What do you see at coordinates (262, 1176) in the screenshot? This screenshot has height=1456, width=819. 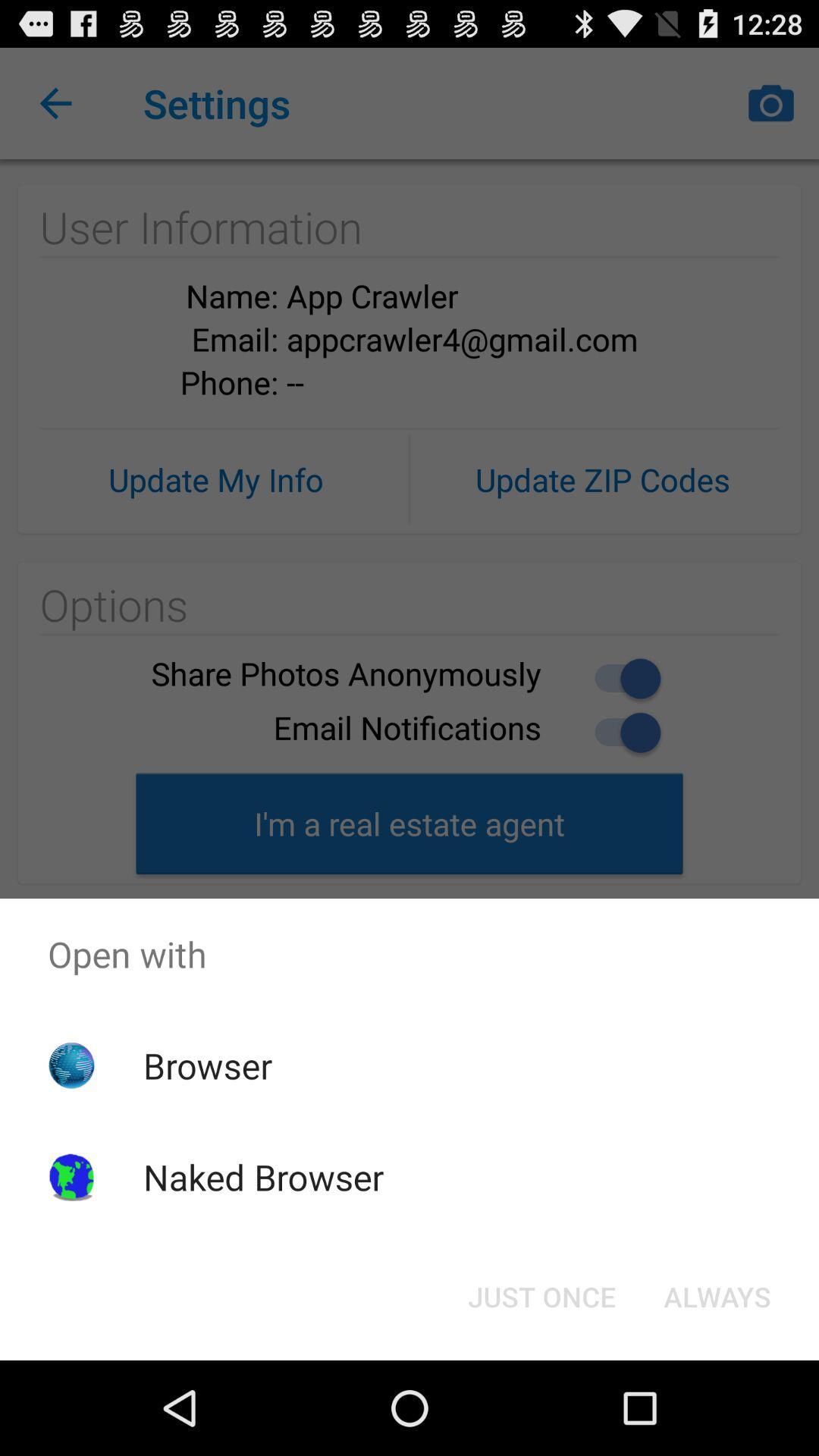 I see `the icon below the browser app` at bounding box center [262, 1176].